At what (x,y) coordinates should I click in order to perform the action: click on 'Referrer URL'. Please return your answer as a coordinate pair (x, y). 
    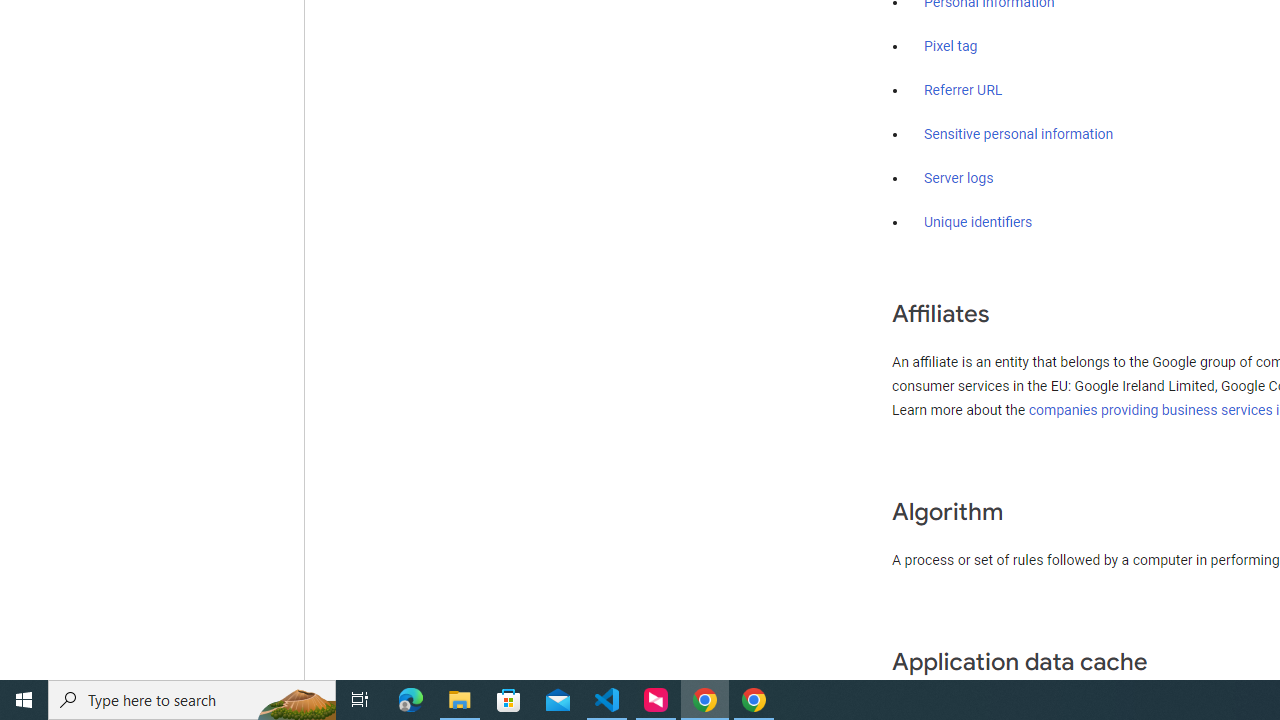
    Looking at the image, I should click on (963, 91).